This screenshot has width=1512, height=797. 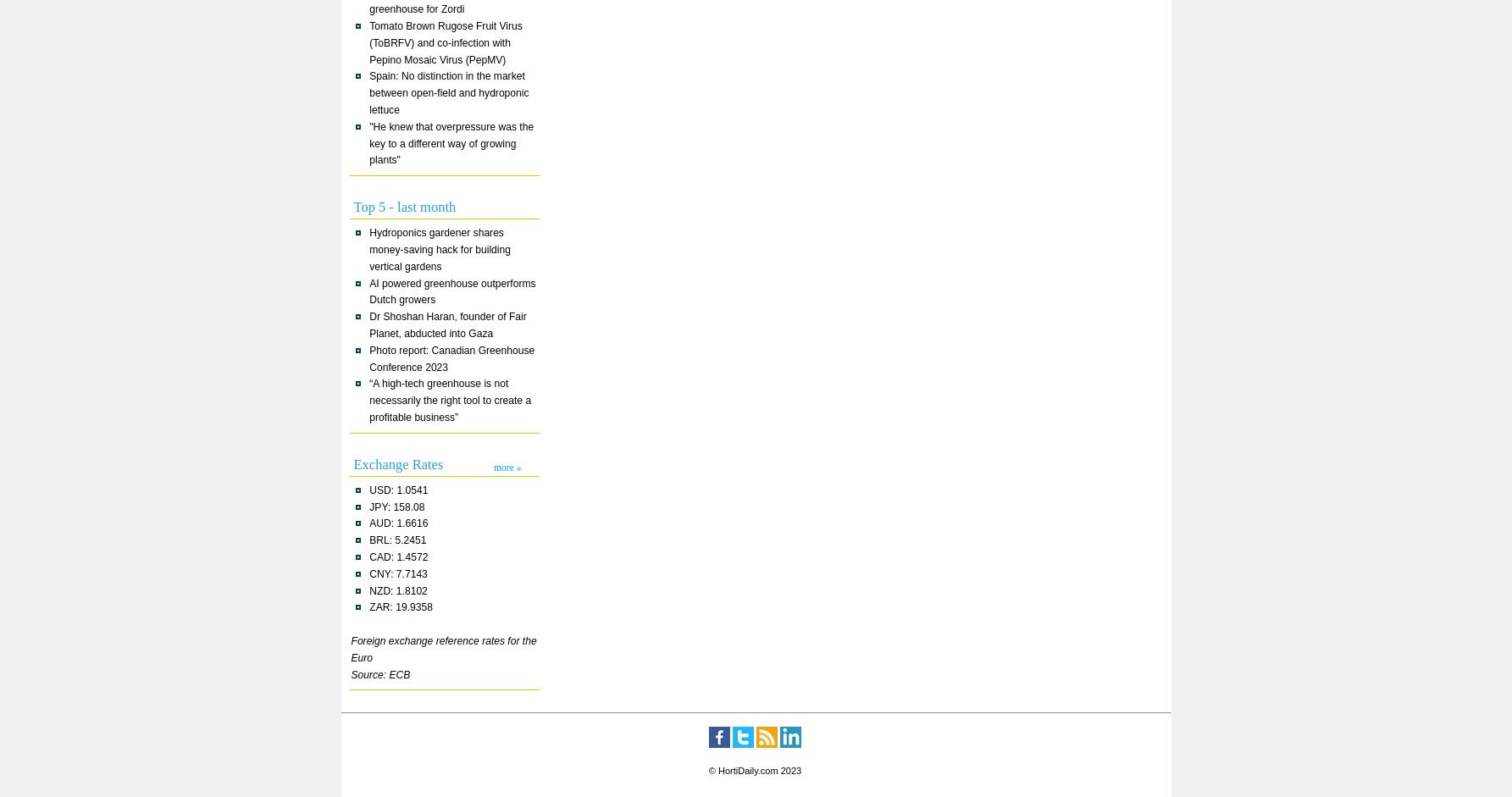 I want to click on 'AI powered greenhouse outperforms Dutch growers', so click(x=452, y=291).